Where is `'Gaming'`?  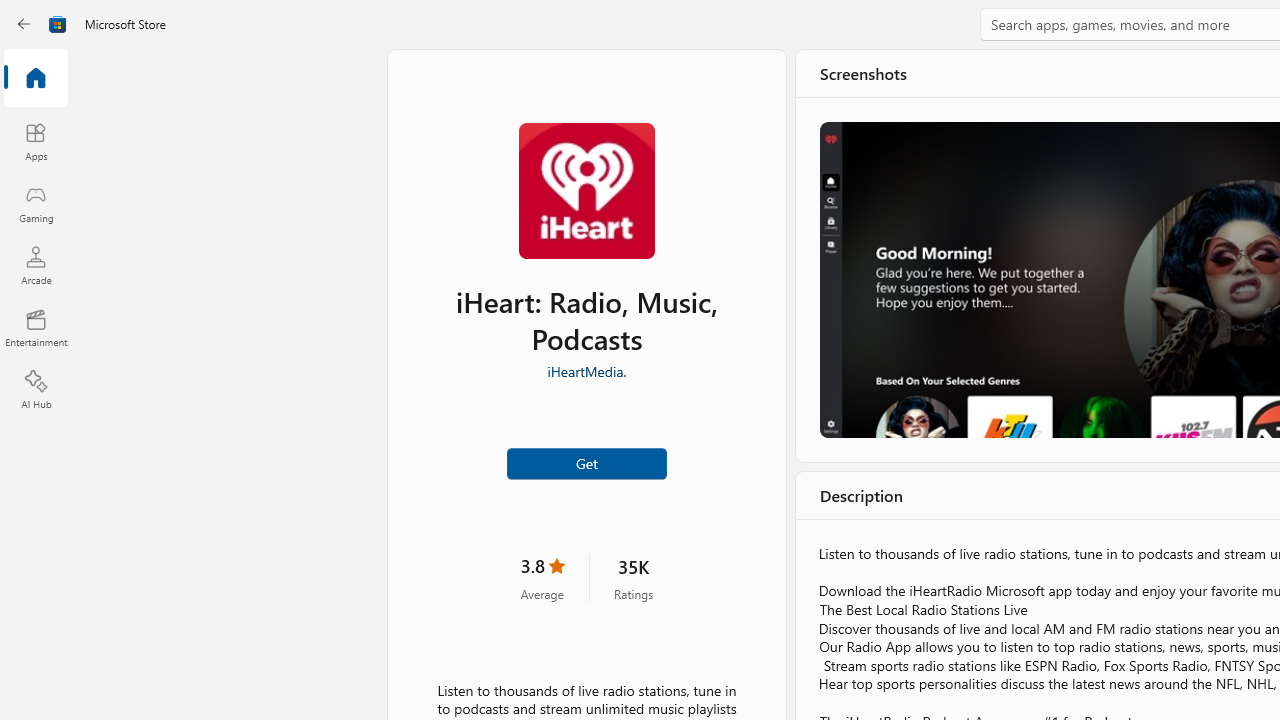
'Gaming' is located at coordinates (35, 203).